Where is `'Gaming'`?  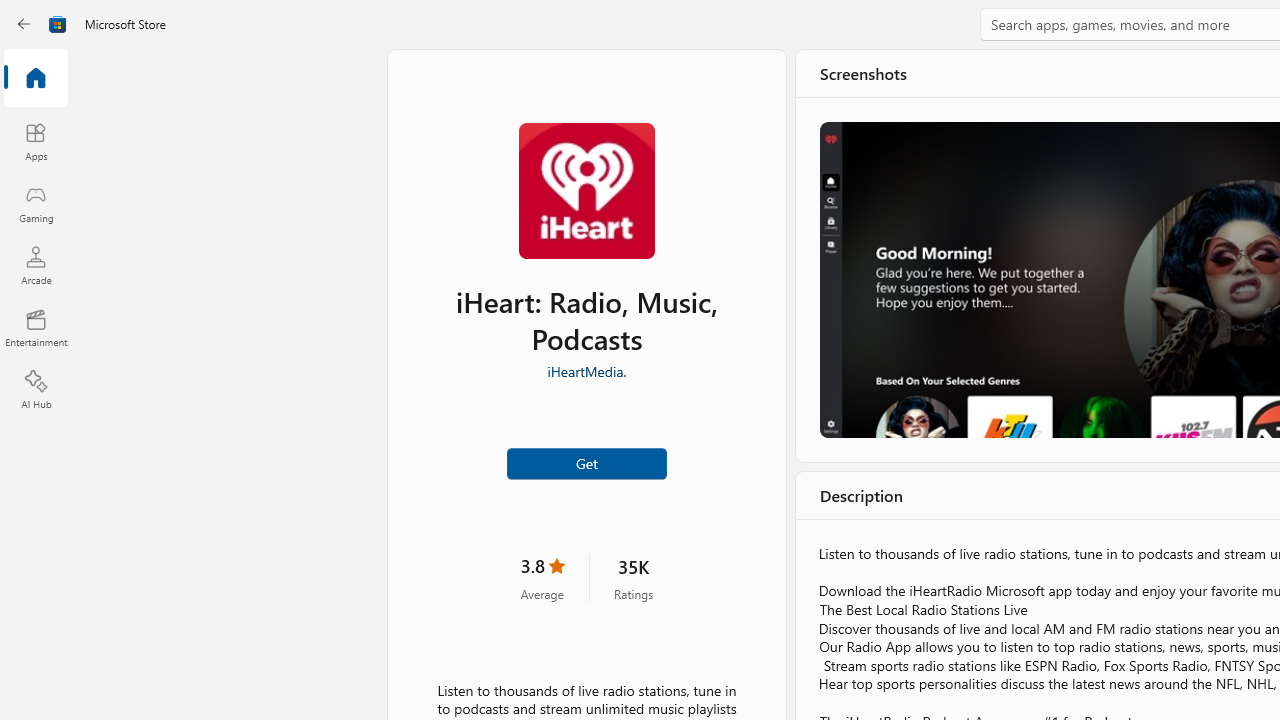
'Gaming' is located at coordinates (35, 203).